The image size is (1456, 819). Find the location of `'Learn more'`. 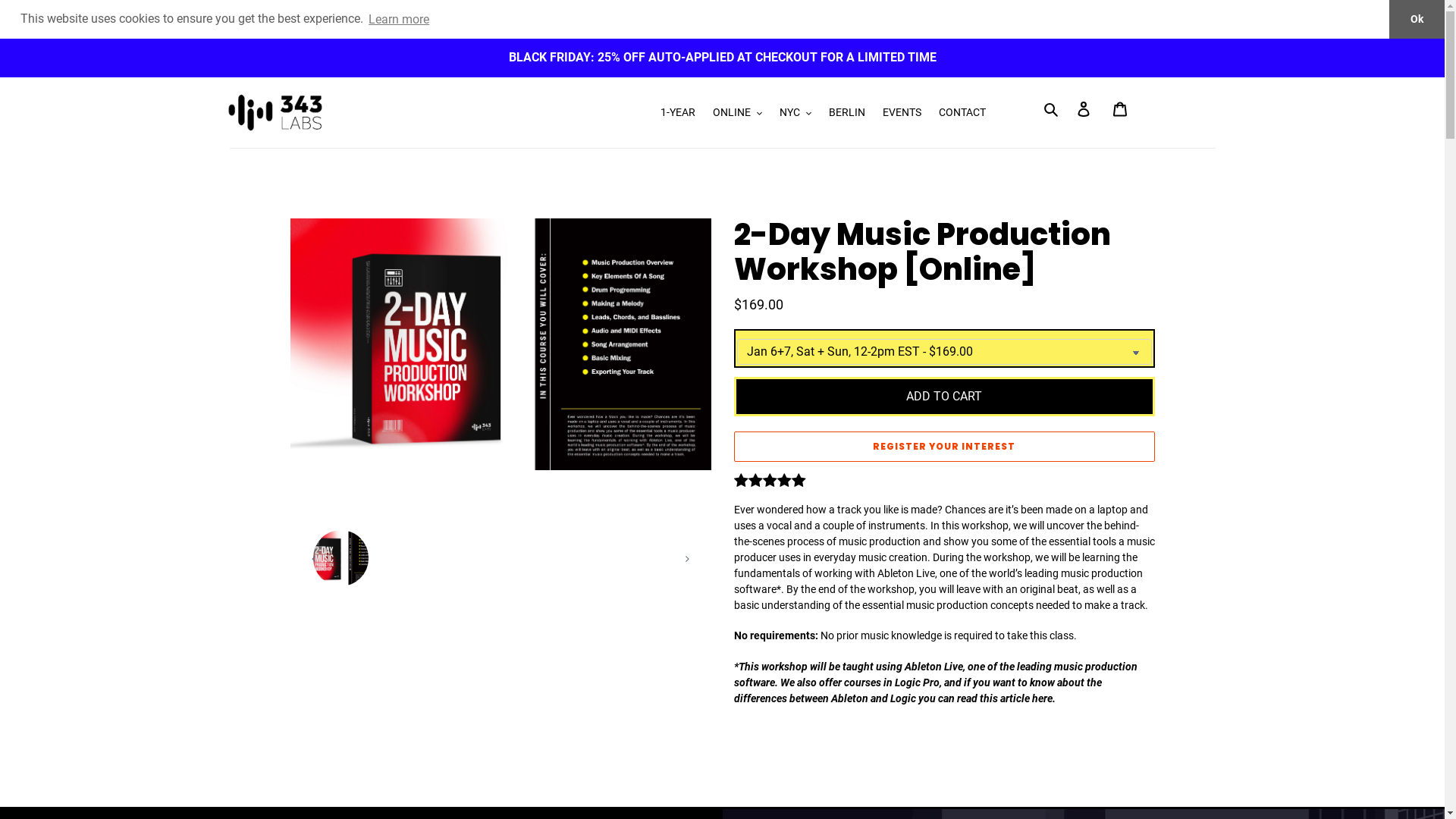

'Learn more' is located at coordinates (399, 18).